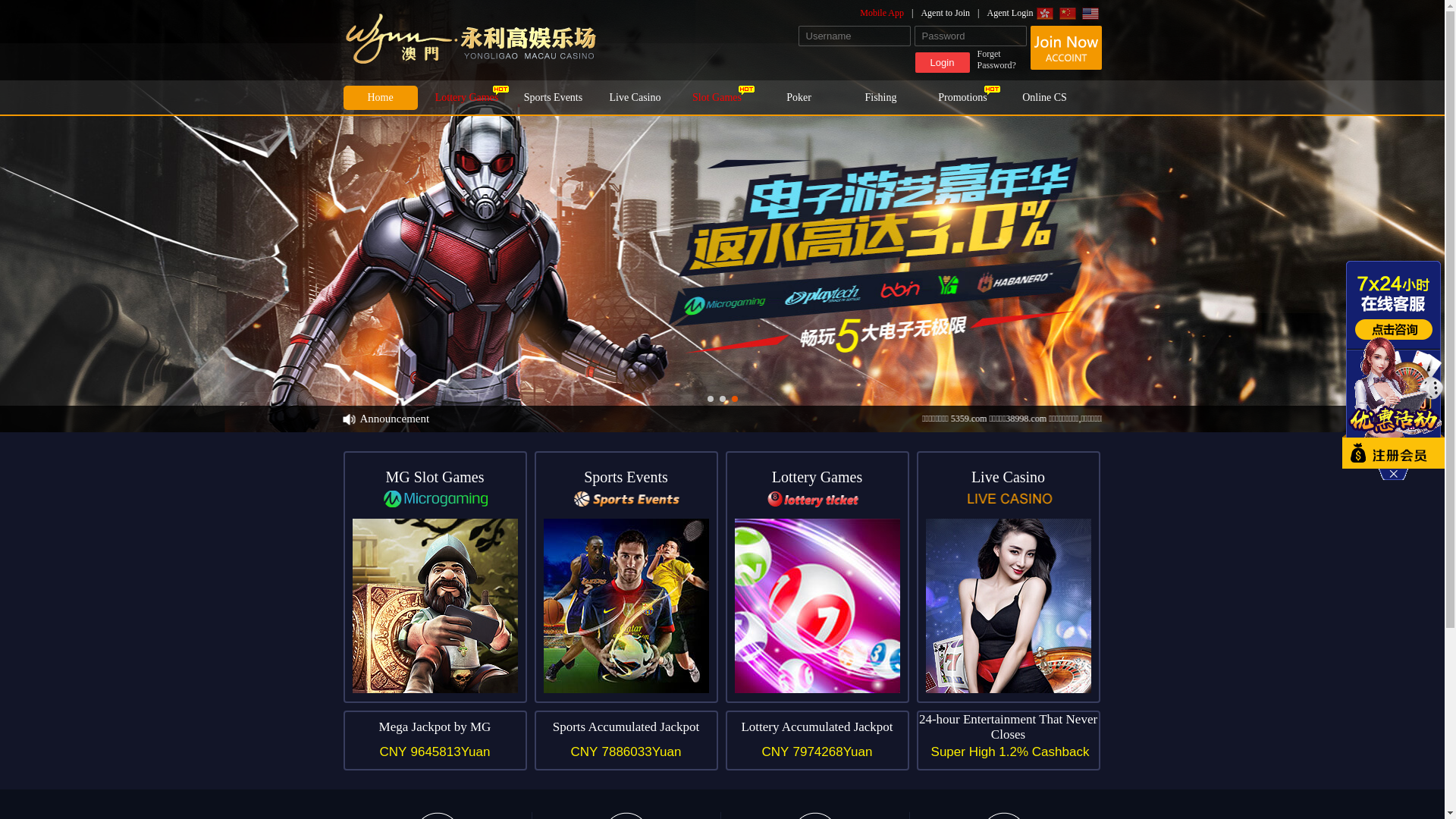 This screenshot has height=819, width=1456. Describe the element at coordinates (952, 12) in the screenshot. I see `'Agent to Join'` at that location.